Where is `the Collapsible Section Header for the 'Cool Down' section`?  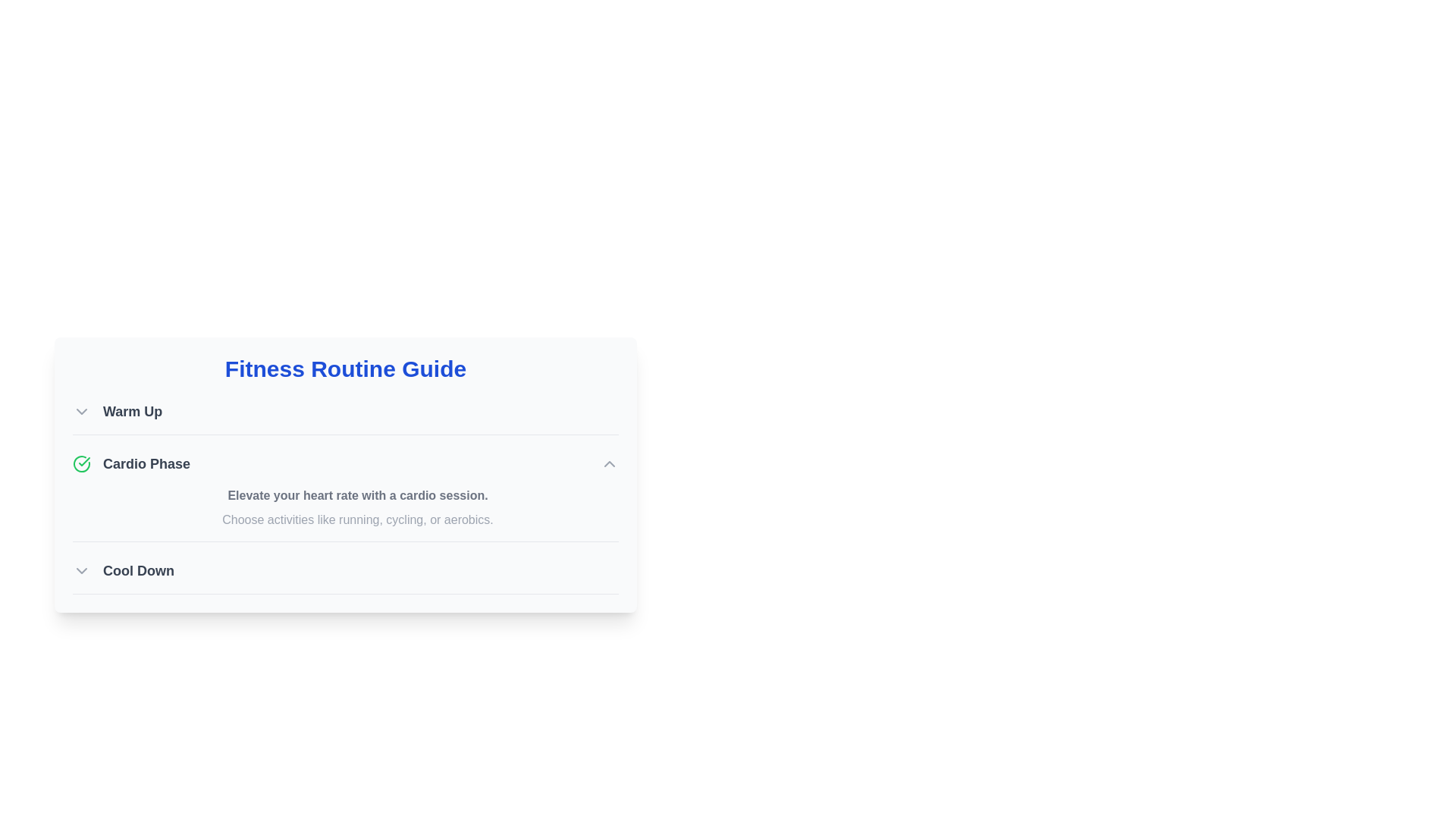
the Collapsible Section Header for the 'Cool Down' section is located at coordinates (124, 570).